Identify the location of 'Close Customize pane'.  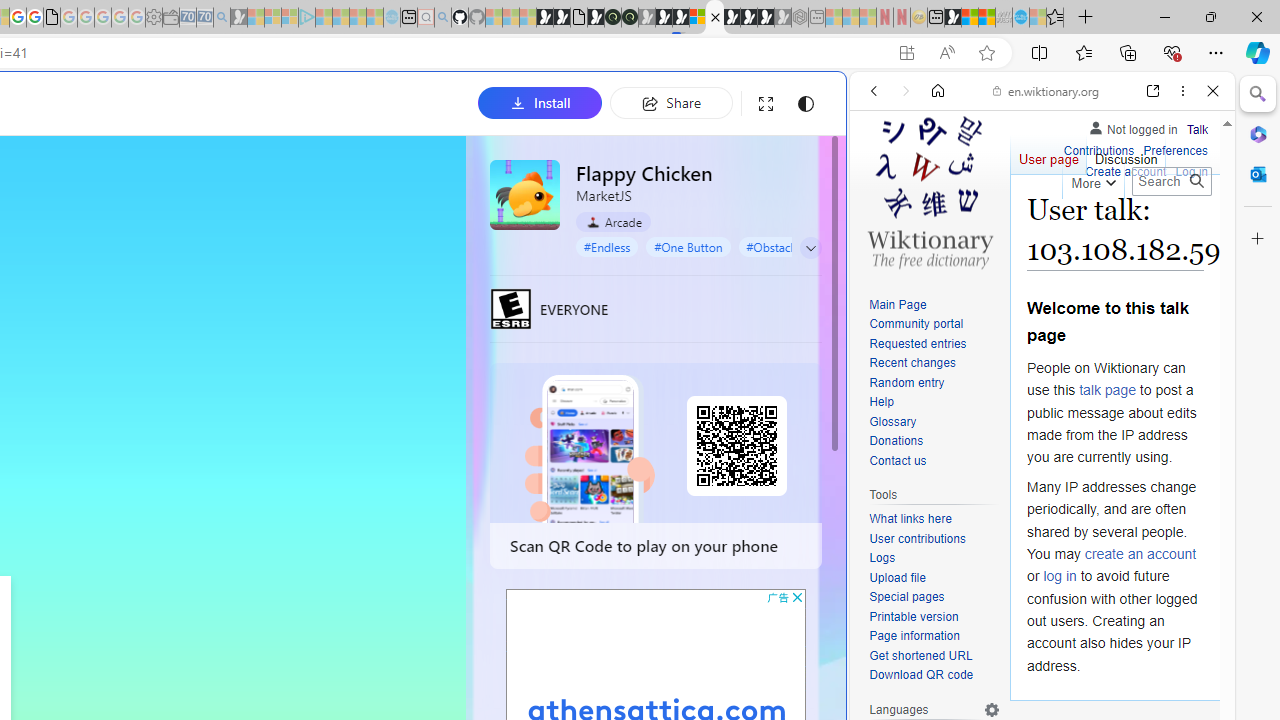
(1257, 238).